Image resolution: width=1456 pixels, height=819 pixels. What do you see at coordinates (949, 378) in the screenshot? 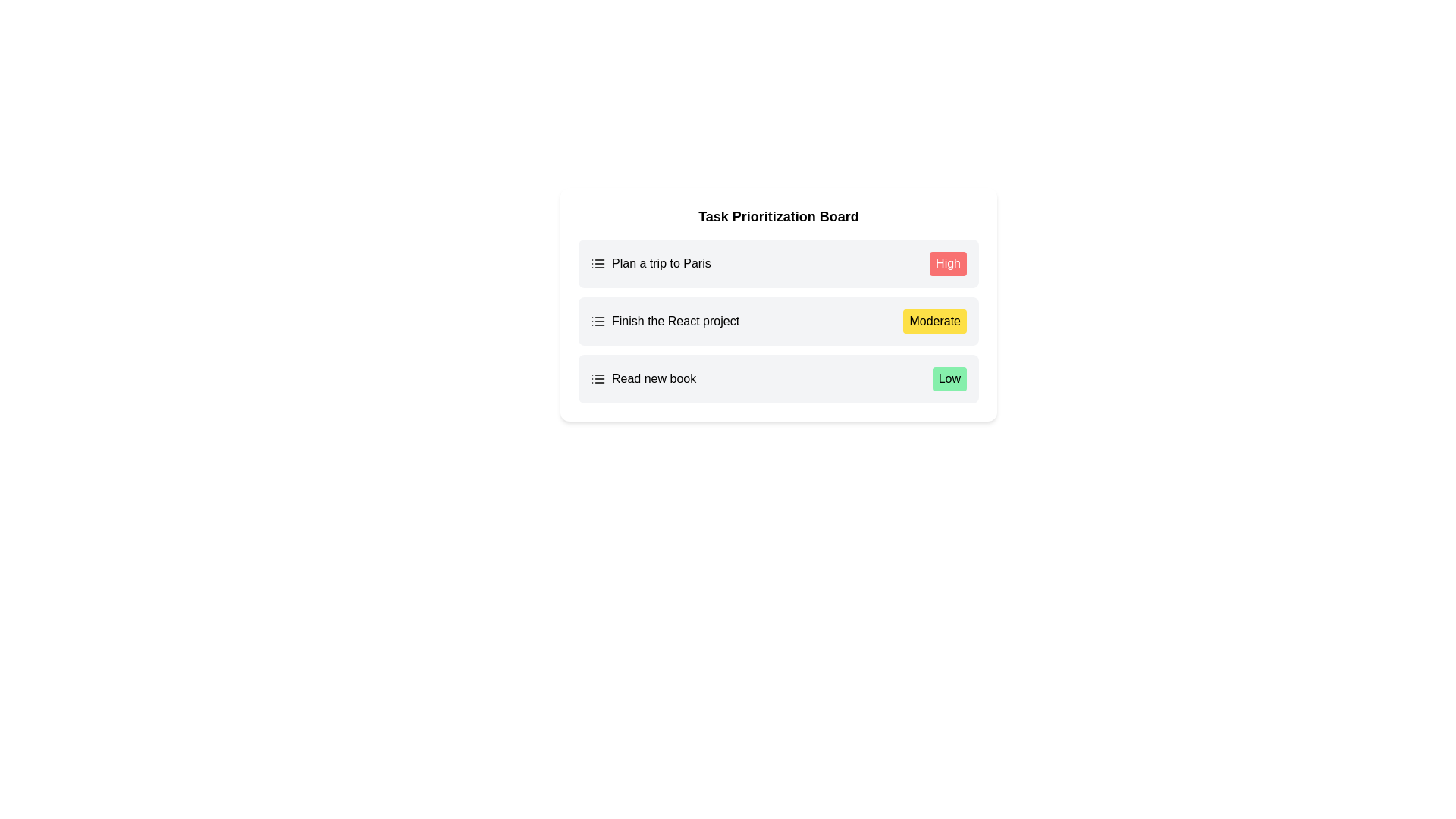
I see `the rectangular button with rounded corners and a green background labeled 'Low', located on the right side of the 'Read new book' row in the task prioritization board` at bounding box center [949, 378].